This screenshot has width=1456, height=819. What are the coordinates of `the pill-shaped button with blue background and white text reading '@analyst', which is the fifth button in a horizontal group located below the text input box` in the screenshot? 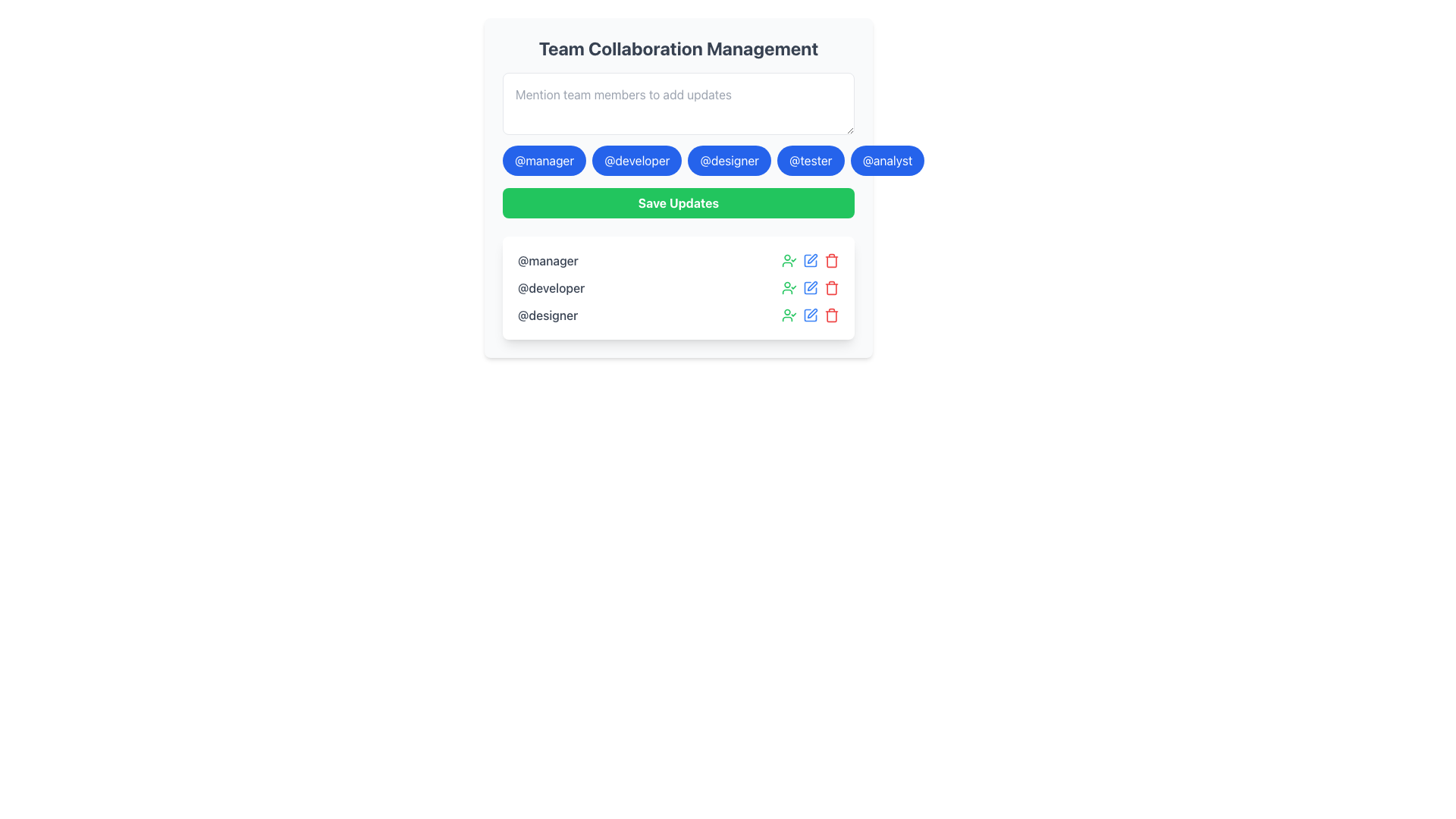 It's located at (887, 161).